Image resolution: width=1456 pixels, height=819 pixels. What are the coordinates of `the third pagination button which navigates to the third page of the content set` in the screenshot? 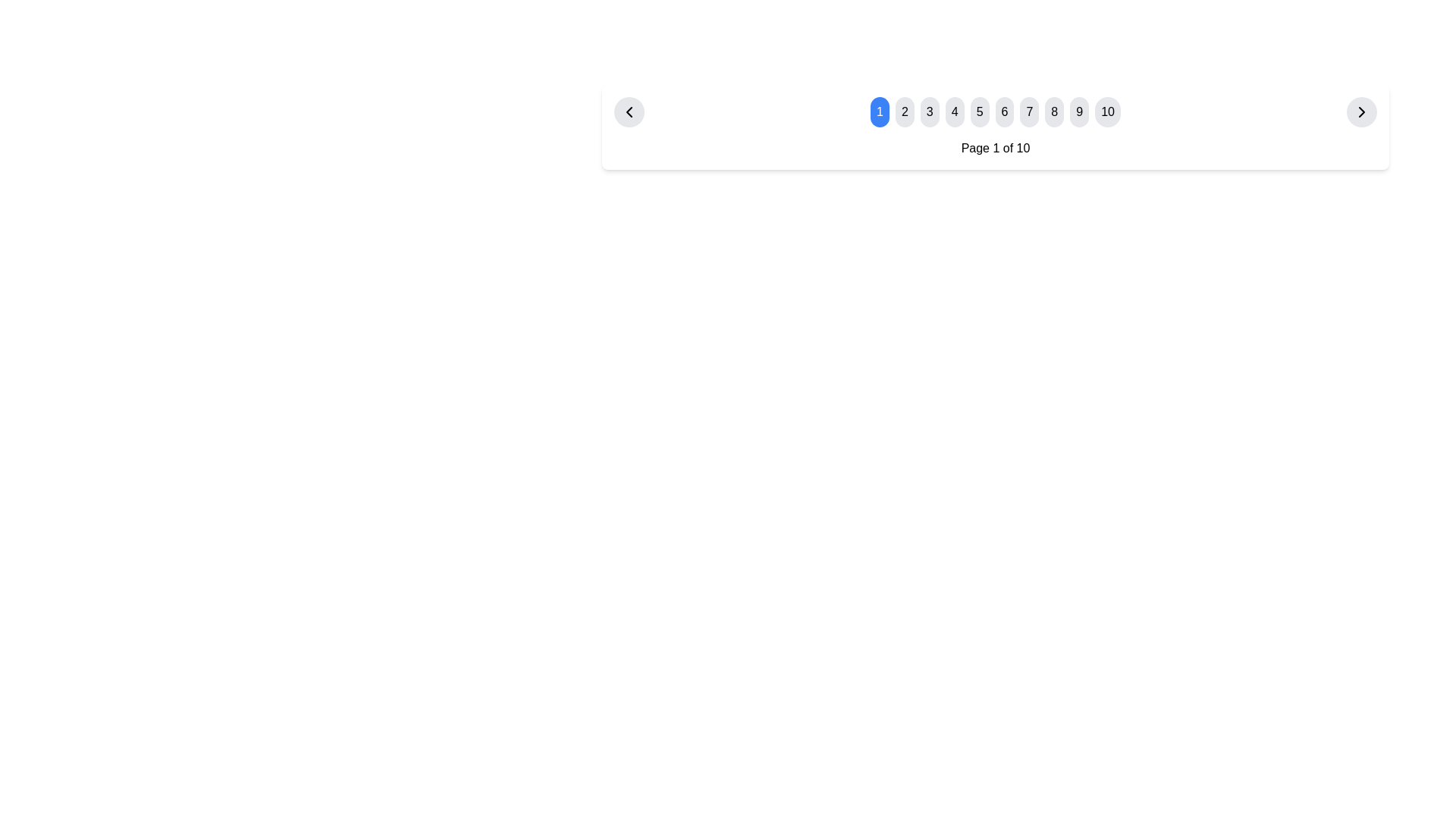 It's located at (929, 111).